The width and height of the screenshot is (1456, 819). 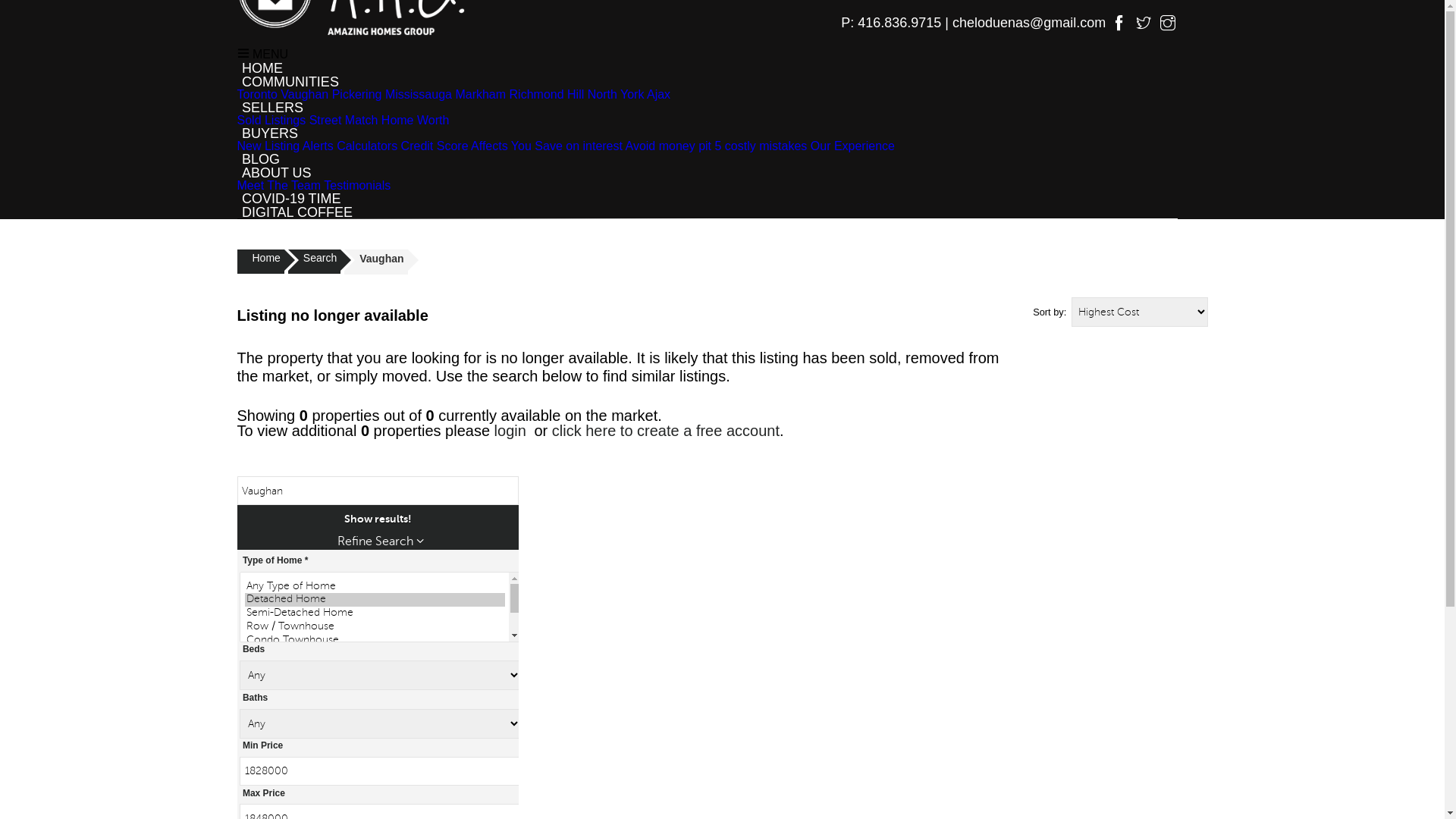 I want to click on 'BUYERS', so click(x=269, y=133).